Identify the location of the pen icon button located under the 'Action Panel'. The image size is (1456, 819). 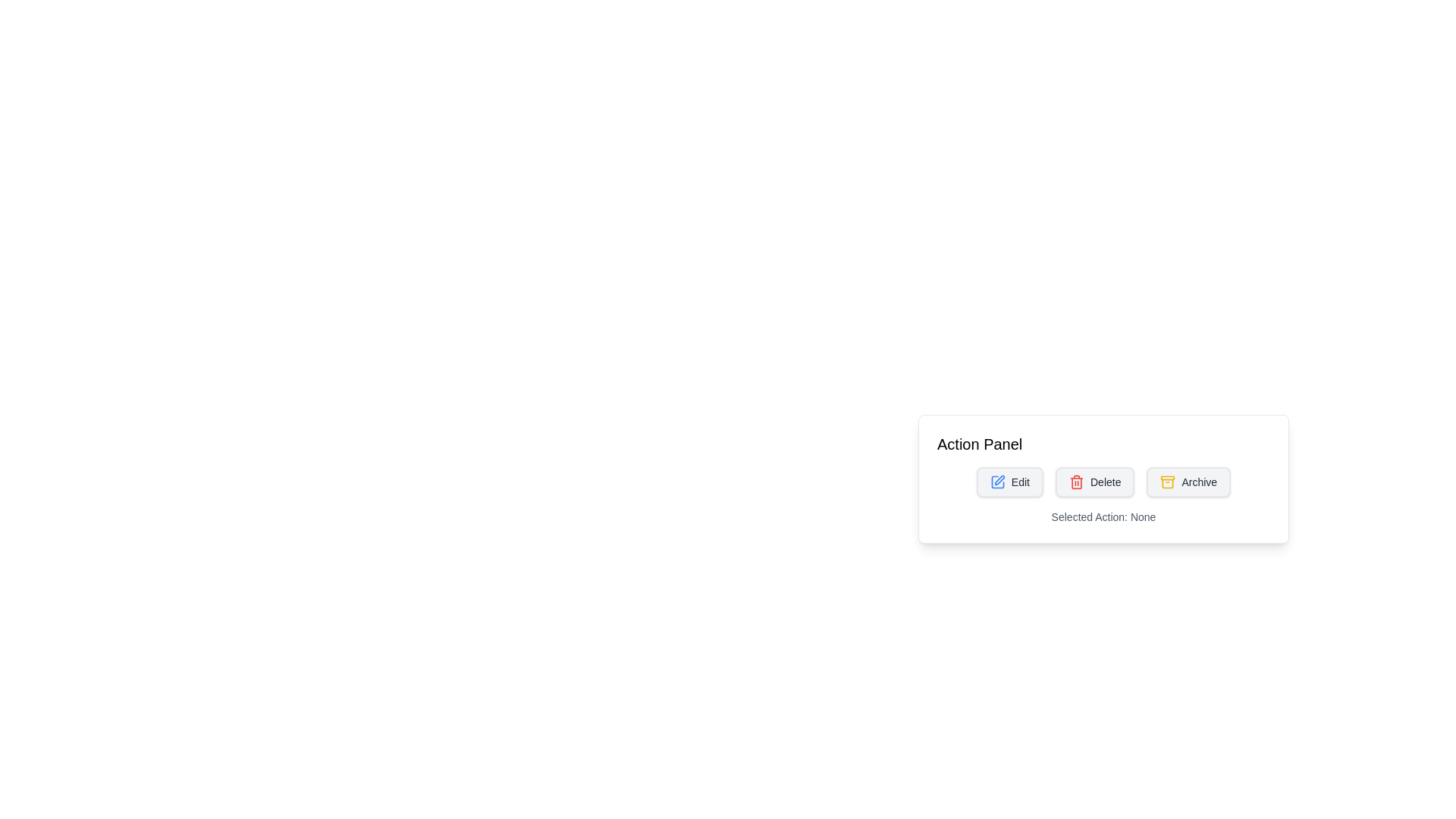
(999, 479).